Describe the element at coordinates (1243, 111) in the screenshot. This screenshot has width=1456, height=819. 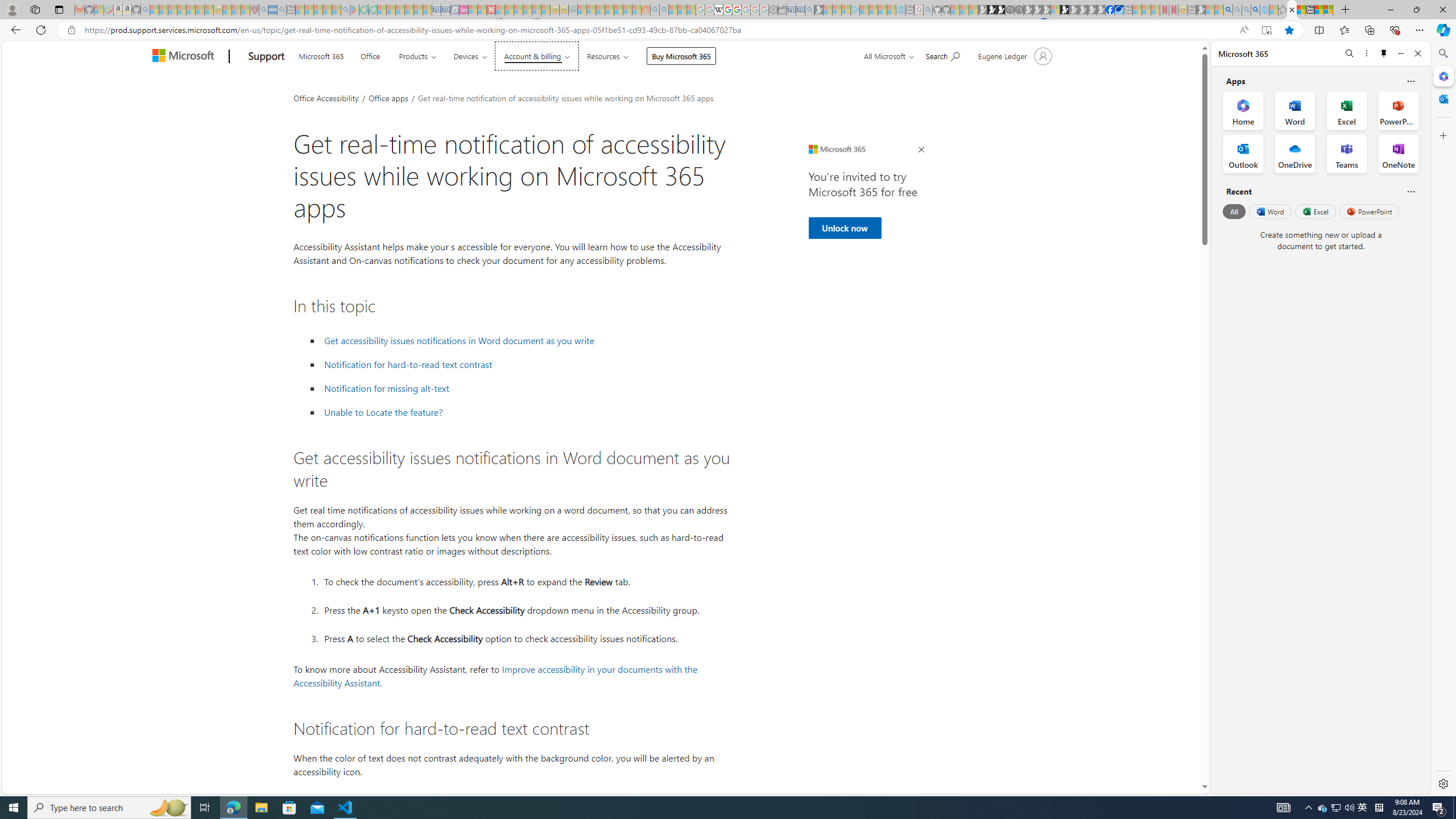
I see `'Home Office App'` at that location.